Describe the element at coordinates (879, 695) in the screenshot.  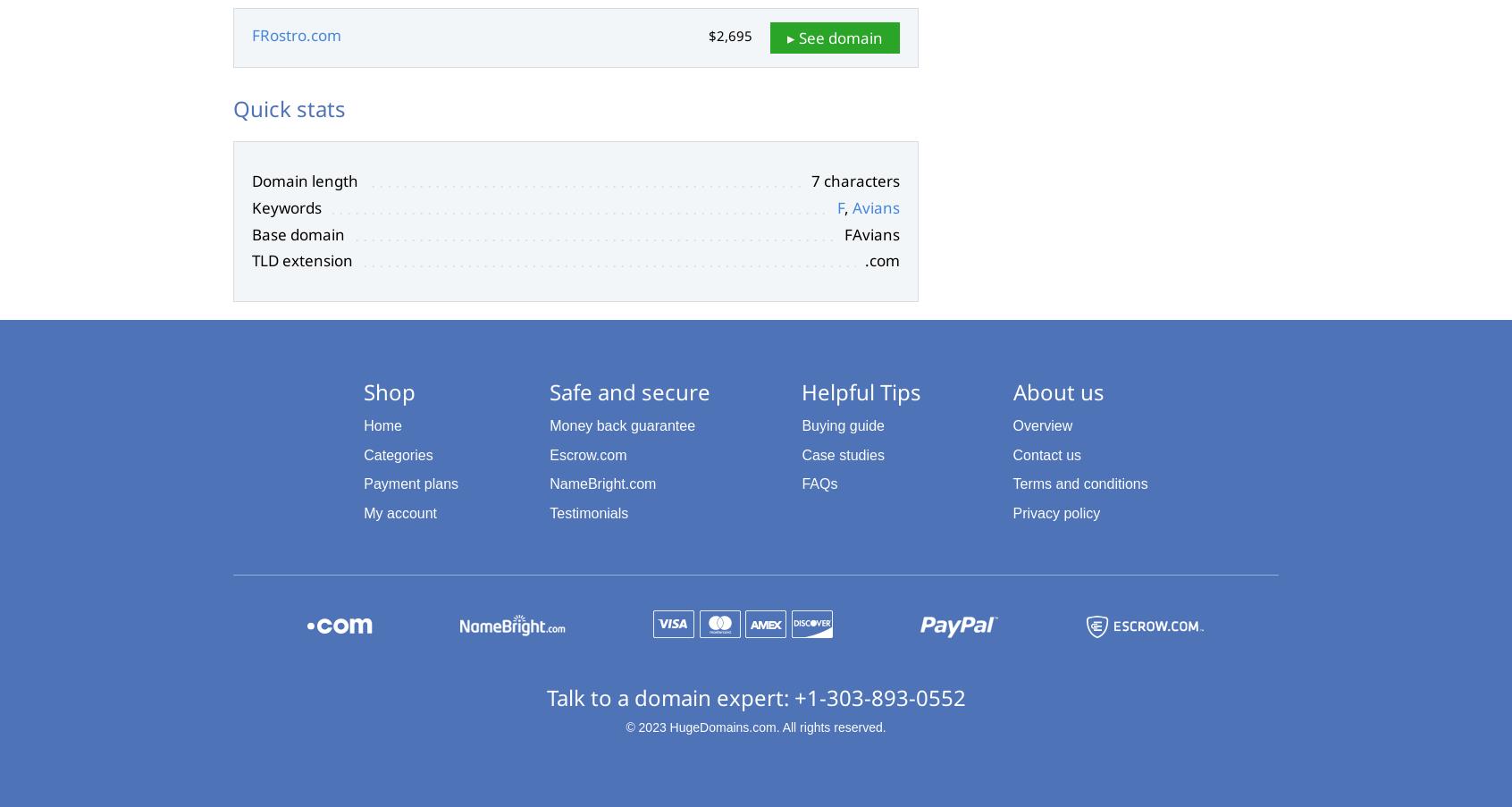
I see `'+1-303-893-0552'` at that location.